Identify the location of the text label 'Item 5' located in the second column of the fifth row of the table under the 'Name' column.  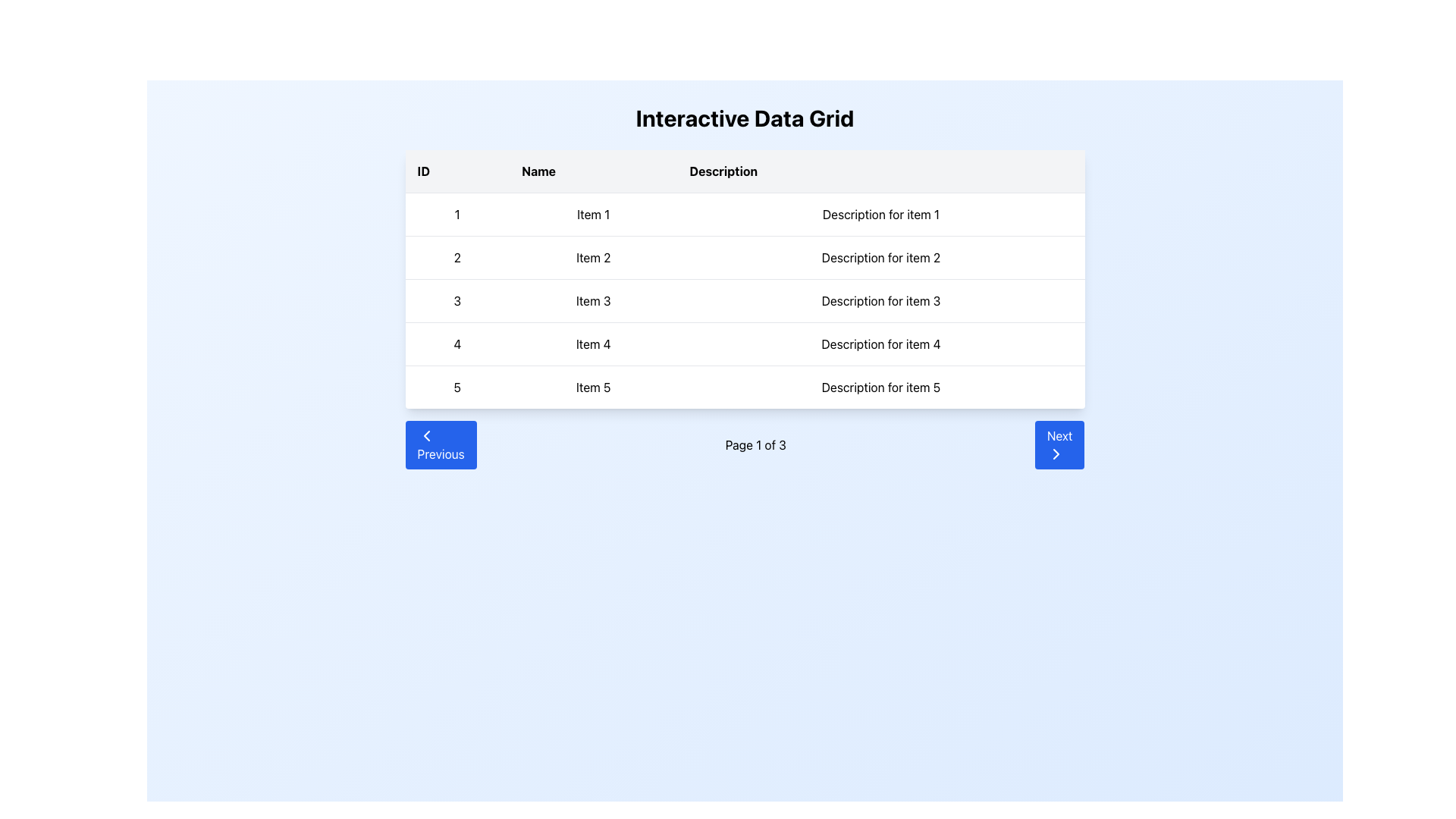
(592, 386).